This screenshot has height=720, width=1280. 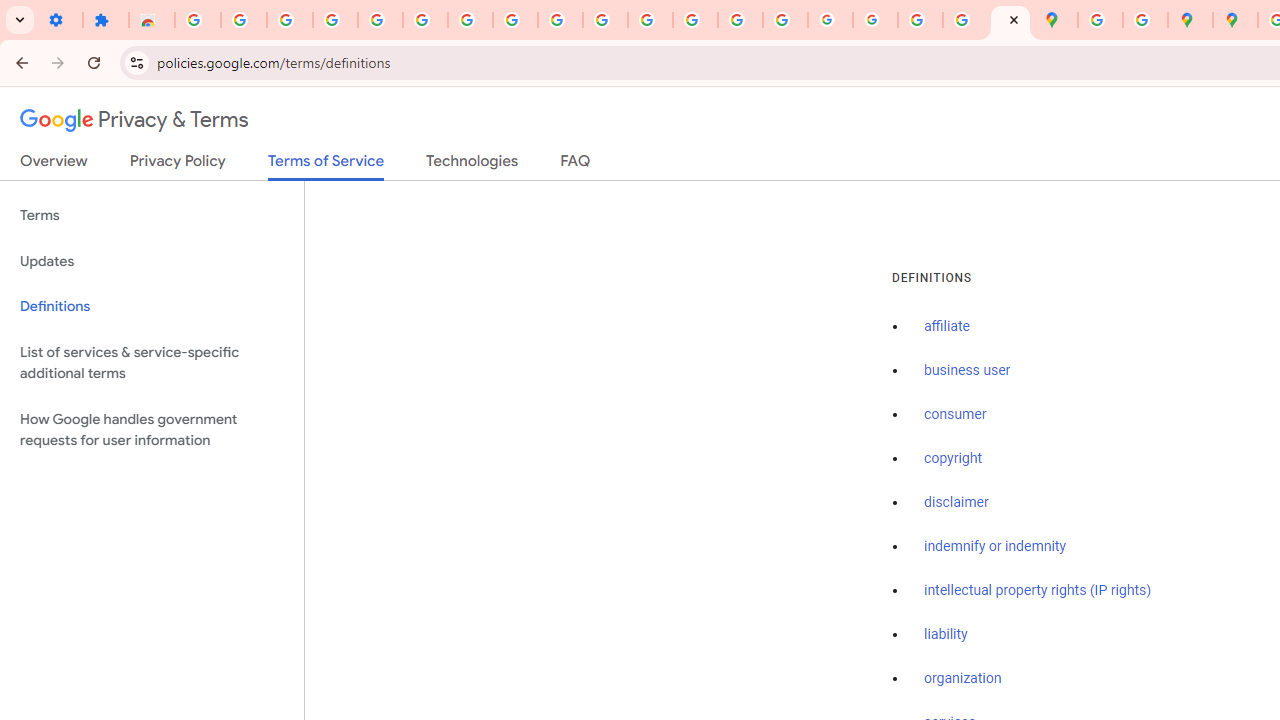 I want to click on 'https://scholar.google.com/', so click(x=650, y=20).